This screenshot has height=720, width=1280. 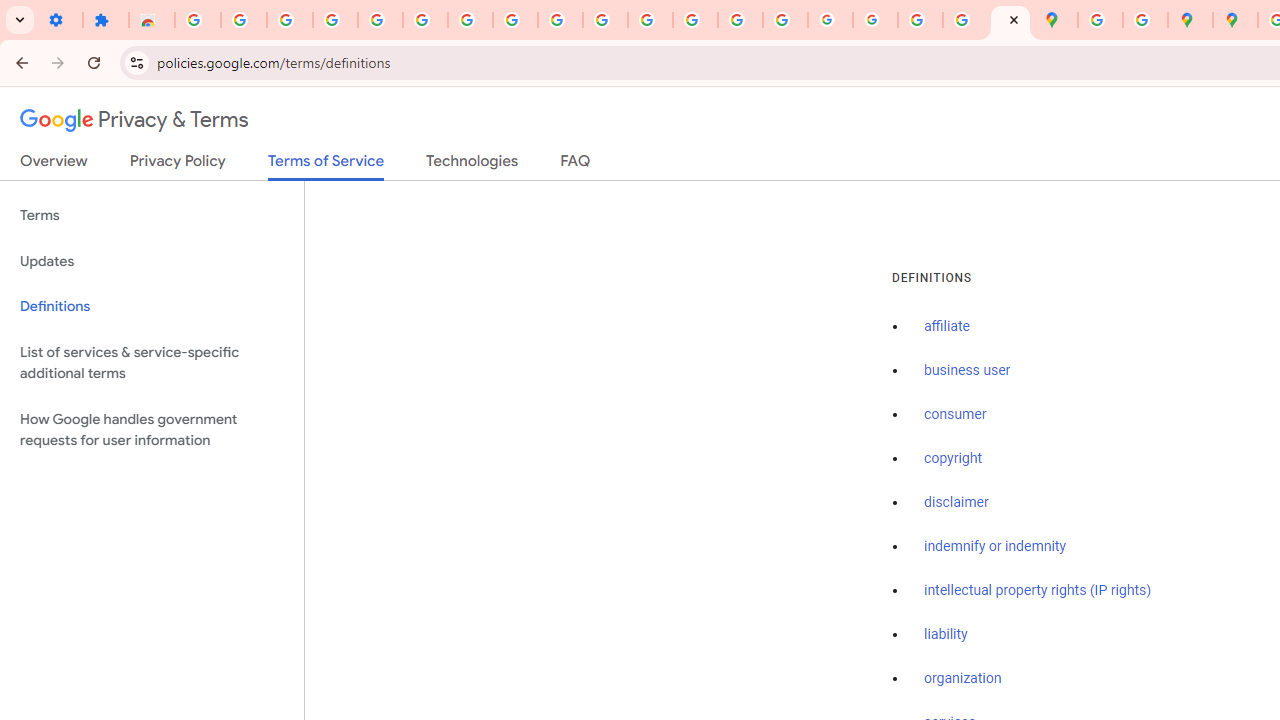 I want to click on 'https://scholar.google.com/', so click(x=650, y=20).